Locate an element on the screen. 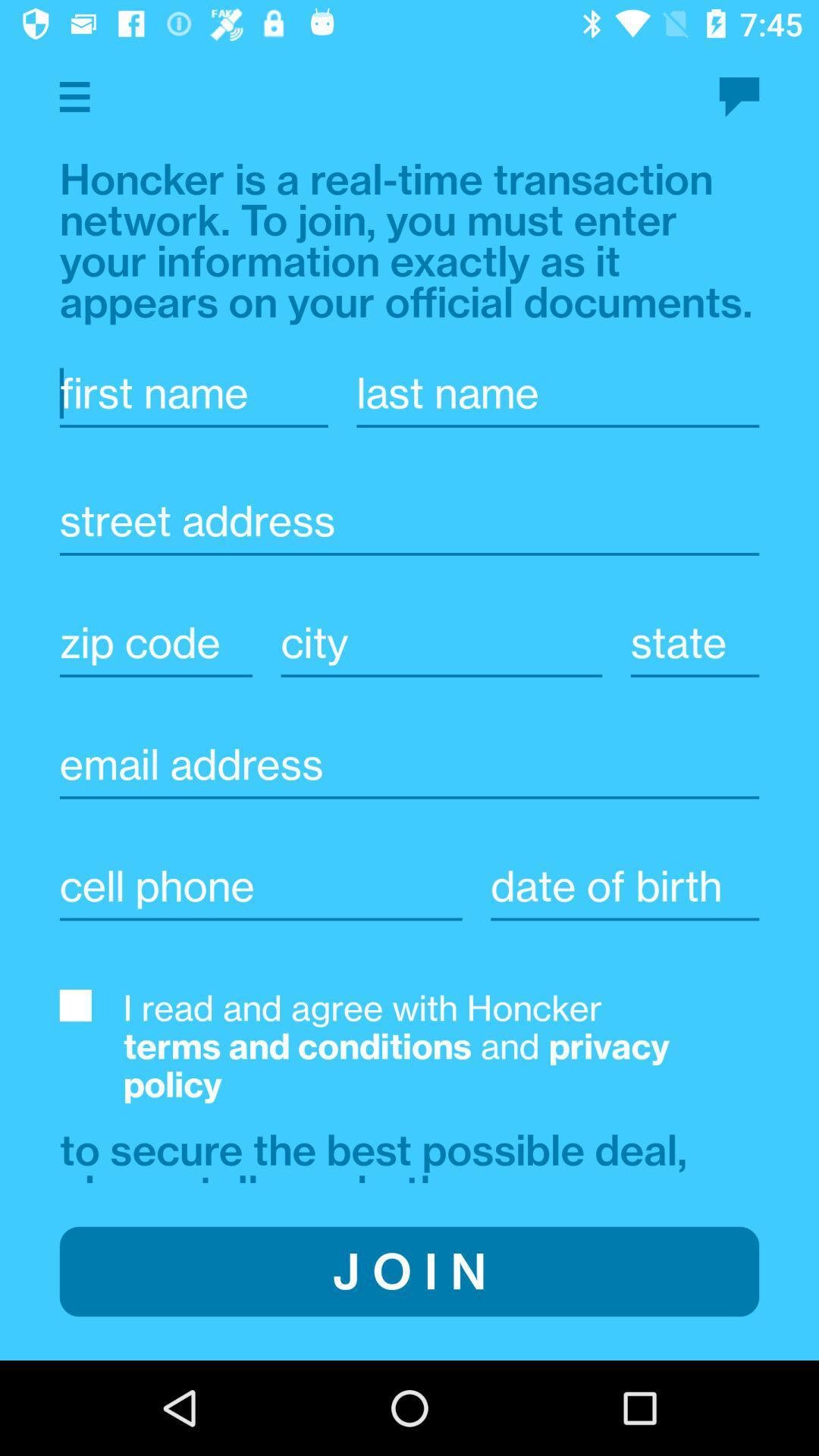 The image size is (819, 1456). type last name is located at coordinates (557, 393).